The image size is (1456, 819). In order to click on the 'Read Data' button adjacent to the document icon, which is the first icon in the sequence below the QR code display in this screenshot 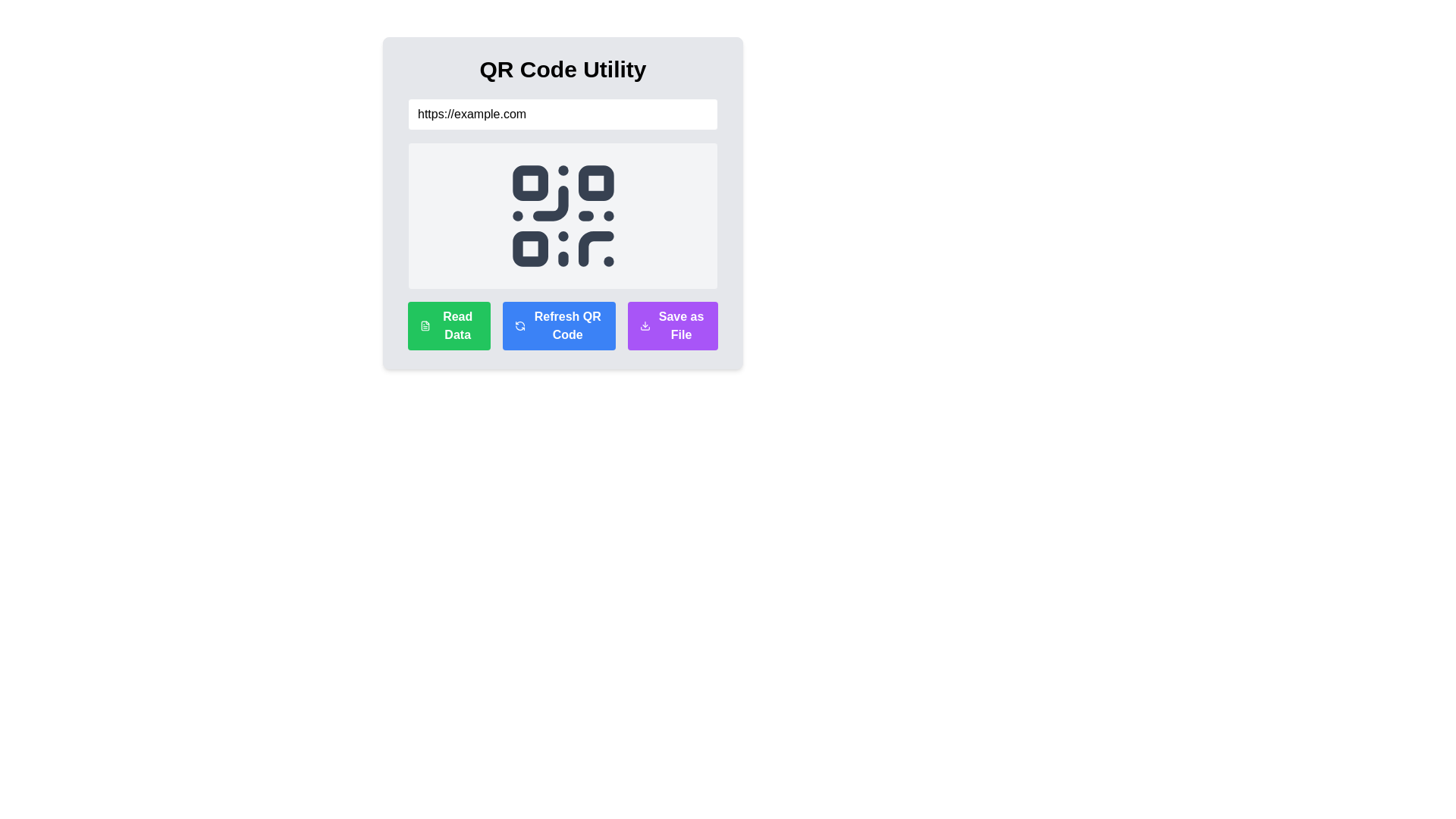, I will do `click(425, 325)`.